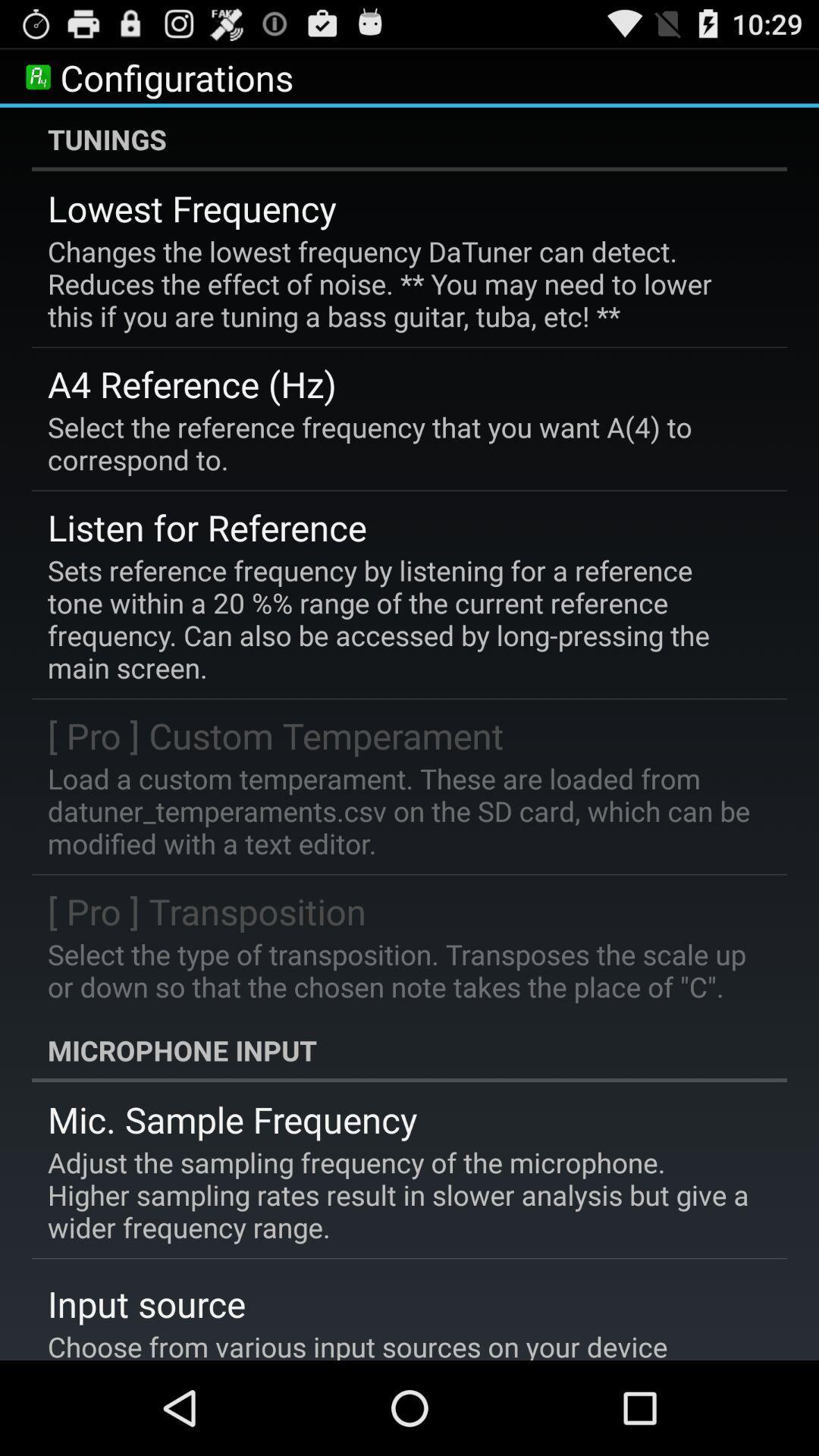 The height and width of the screenshot is (1456, 819). Describe the element at coordinates (191, 384) in the screenshot. I see `item above the select the reference icon` at that location.